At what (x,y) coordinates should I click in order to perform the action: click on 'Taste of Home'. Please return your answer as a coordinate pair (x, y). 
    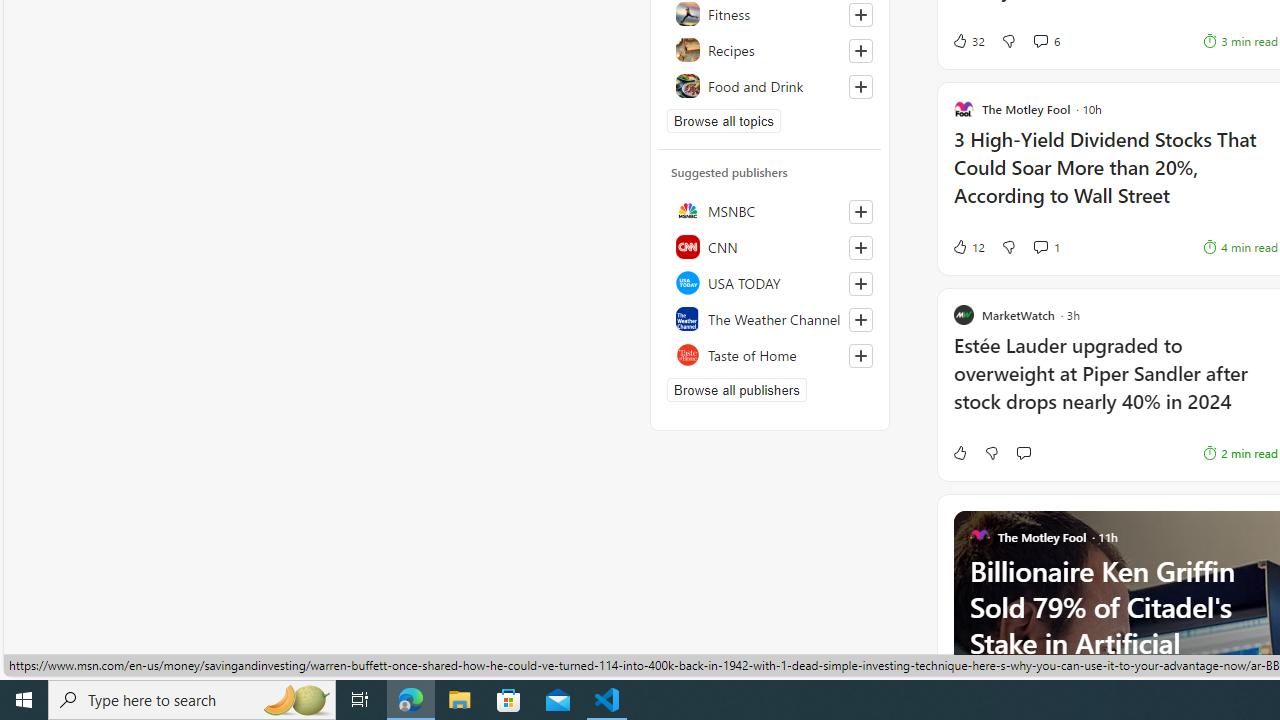
    Looking at the image, I should click on (769, 353).